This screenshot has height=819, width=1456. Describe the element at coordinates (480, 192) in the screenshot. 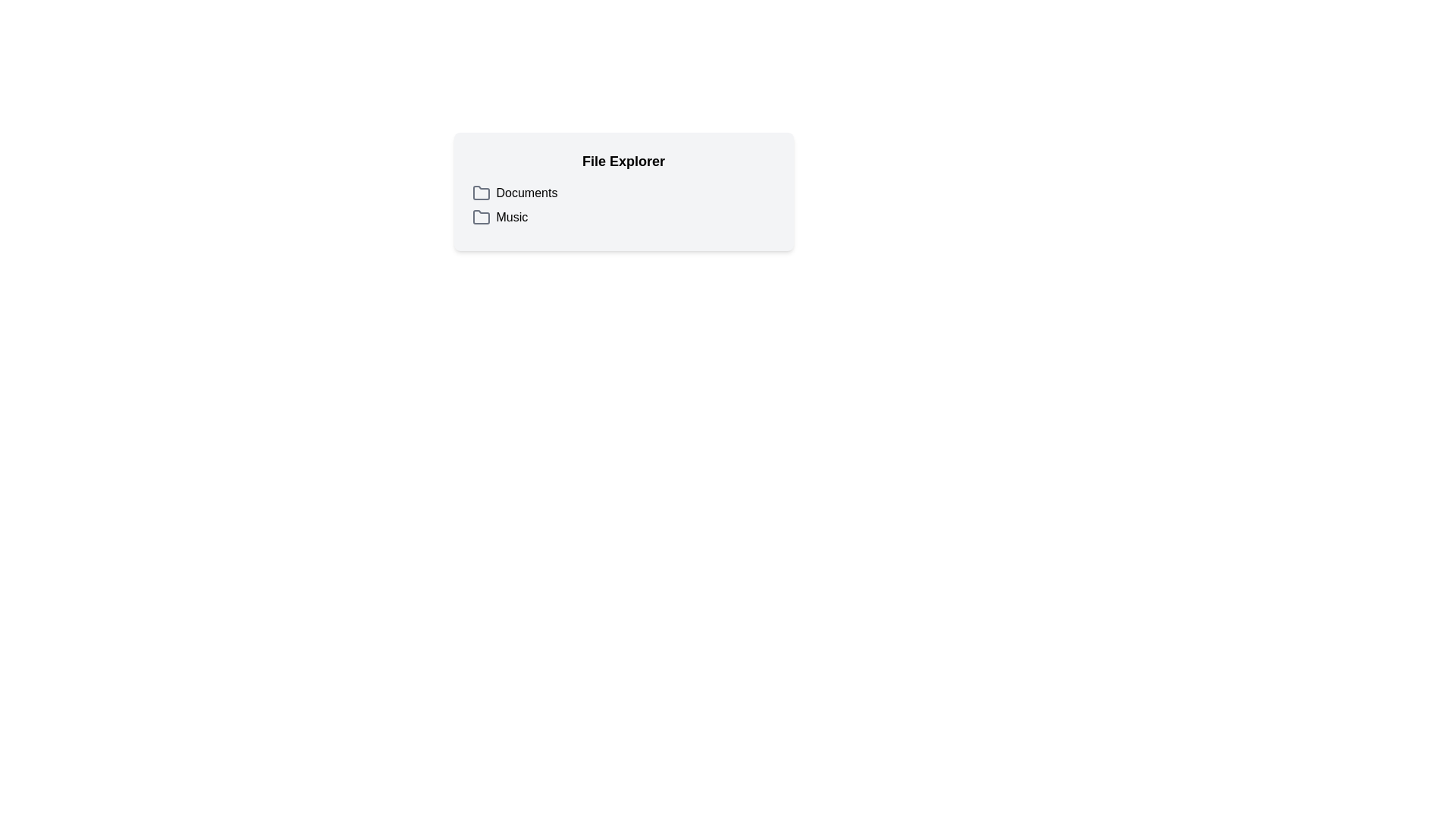

I see `the folder icon that represents the 'Documents' folder` at that location.